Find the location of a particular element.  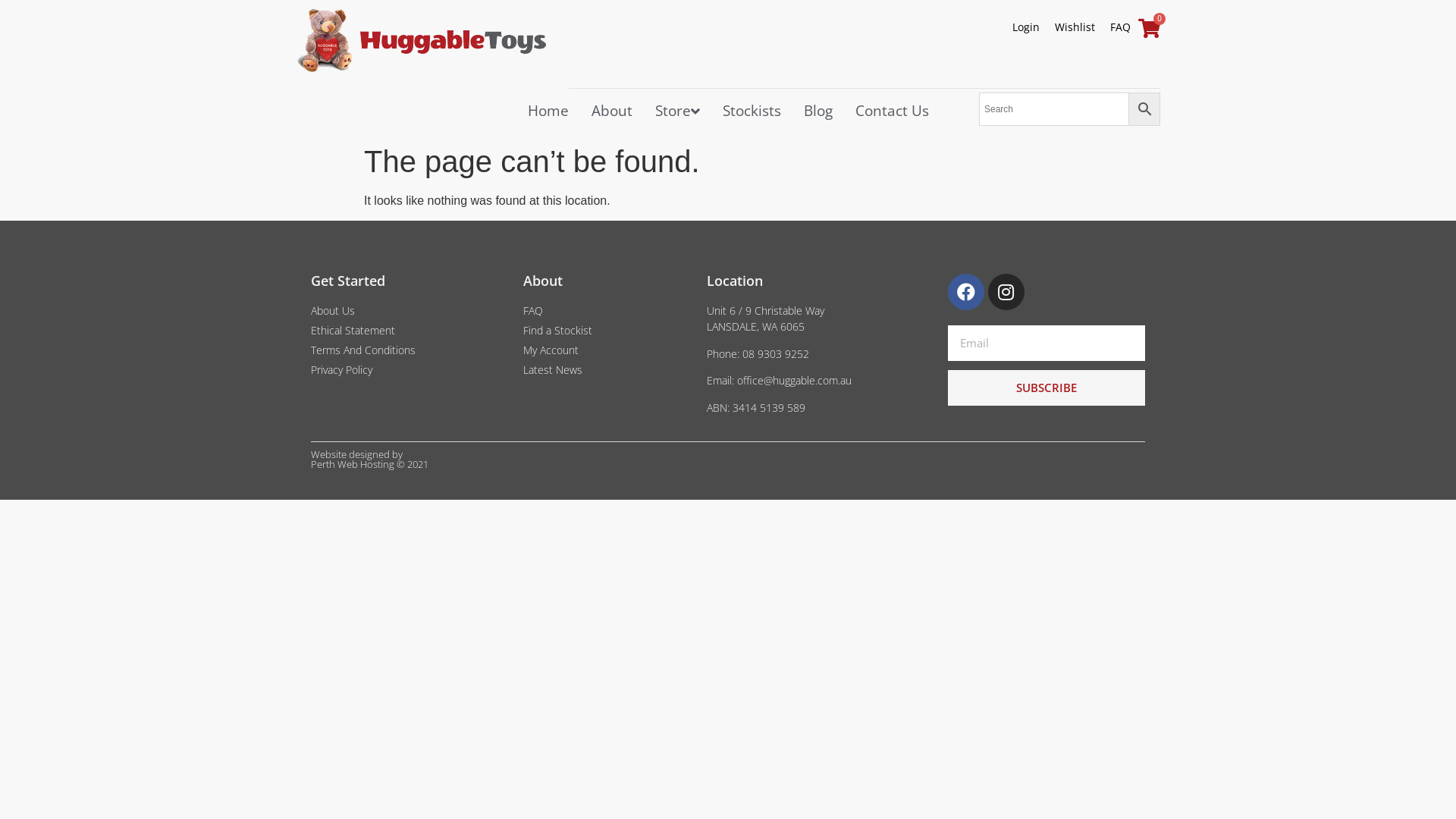

'Terms And Conditions' is located at coordinates (409, 350).